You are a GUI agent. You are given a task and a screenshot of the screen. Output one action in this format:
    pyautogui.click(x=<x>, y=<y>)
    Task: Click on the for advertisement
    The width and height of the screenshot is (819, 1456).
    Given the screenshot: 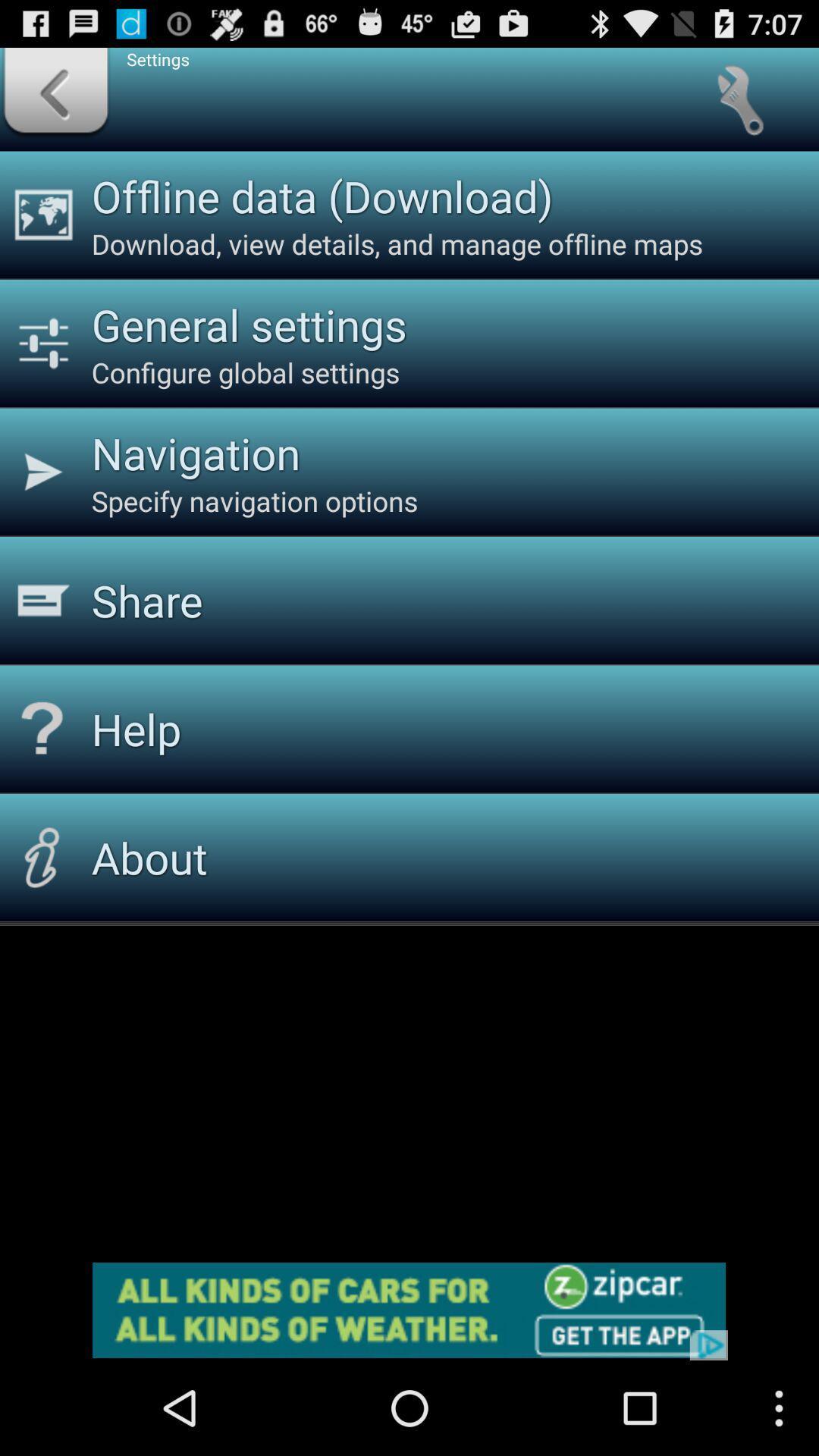 What is the action you would take?
    pyautogui.click(x=409, y=1310)
    